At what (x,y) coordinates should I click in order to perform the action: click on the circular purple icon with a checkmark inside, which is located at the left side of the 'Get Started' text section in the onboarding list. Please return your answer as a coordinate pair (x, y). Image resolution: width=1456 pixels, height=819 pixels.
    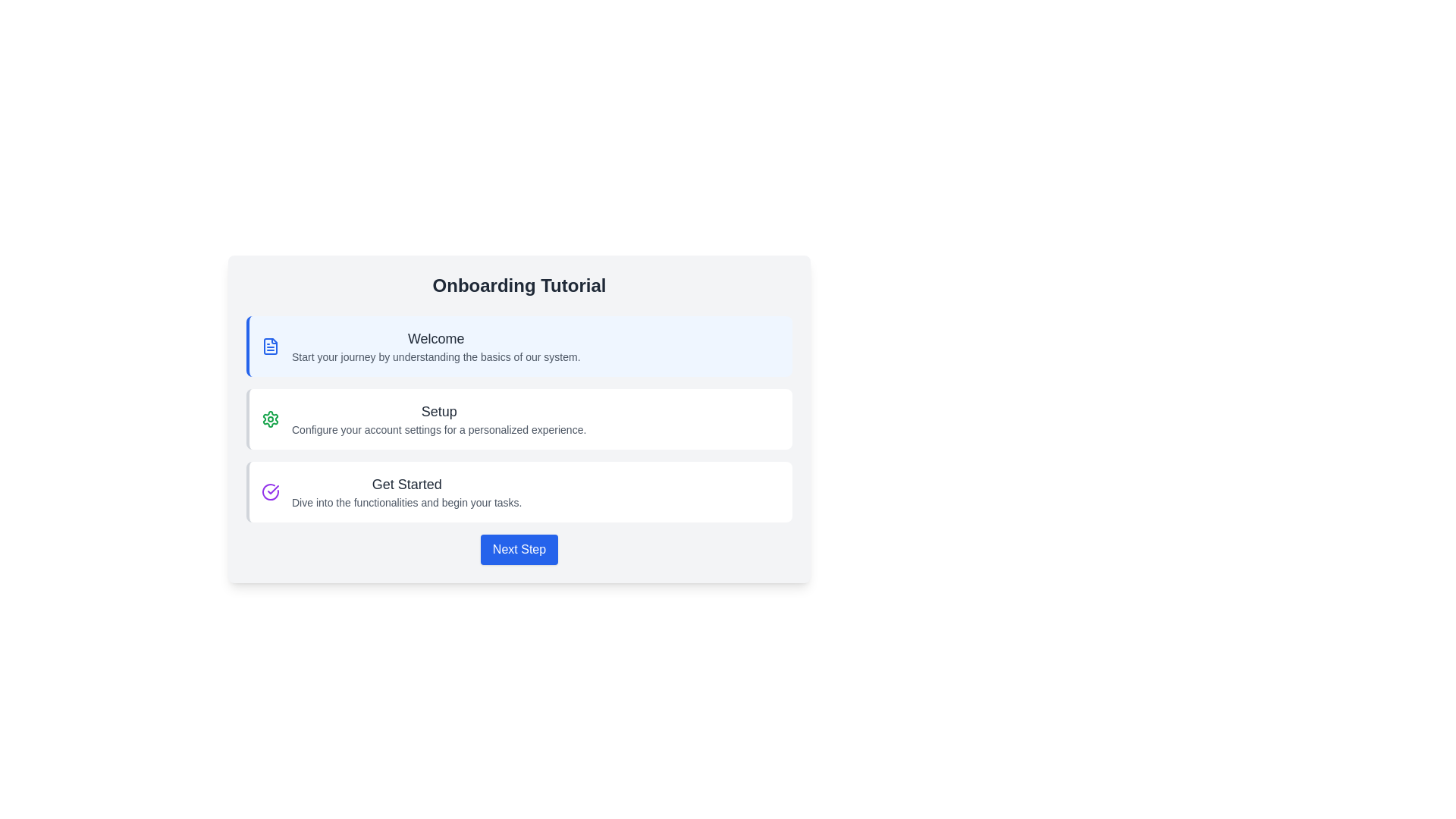
    Looking at the image, I should click on (270, 491).